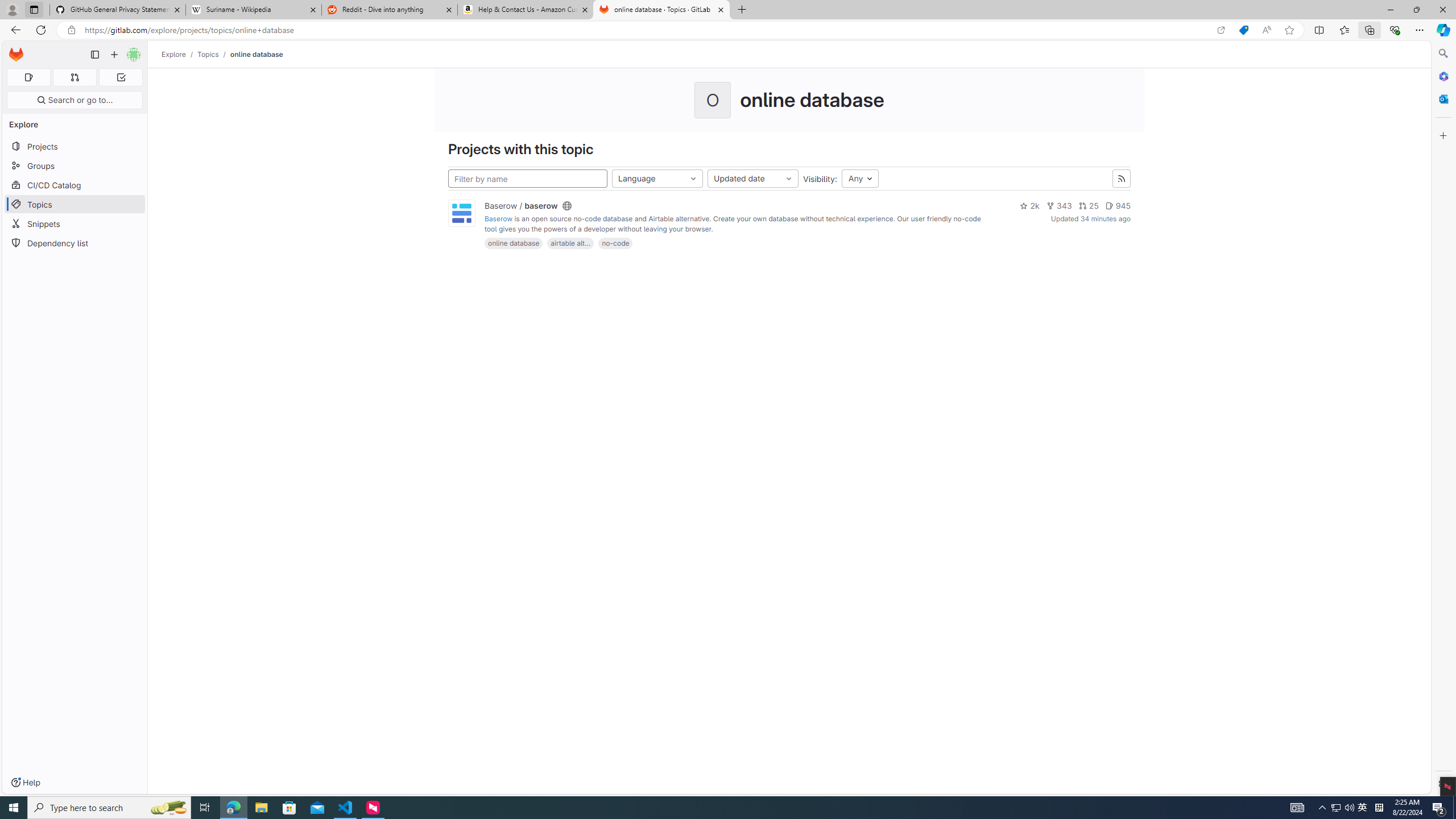 The image size is (1456, 819). I want to click on 'Class: s16', so click(566, 205).